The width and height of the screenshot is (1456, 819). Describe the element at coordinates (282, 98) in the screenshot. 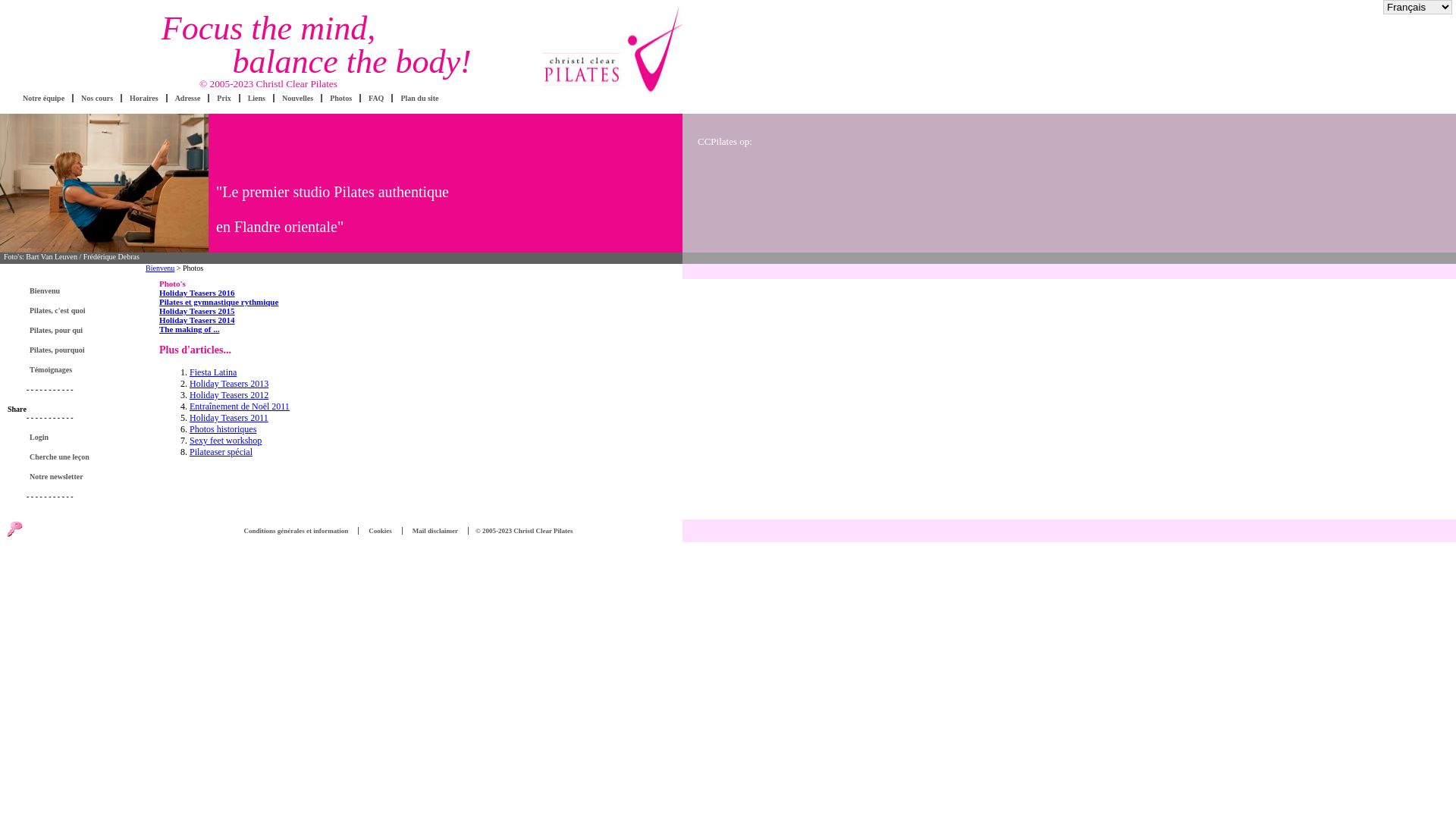

I see `'Nouvelles'` at that location.